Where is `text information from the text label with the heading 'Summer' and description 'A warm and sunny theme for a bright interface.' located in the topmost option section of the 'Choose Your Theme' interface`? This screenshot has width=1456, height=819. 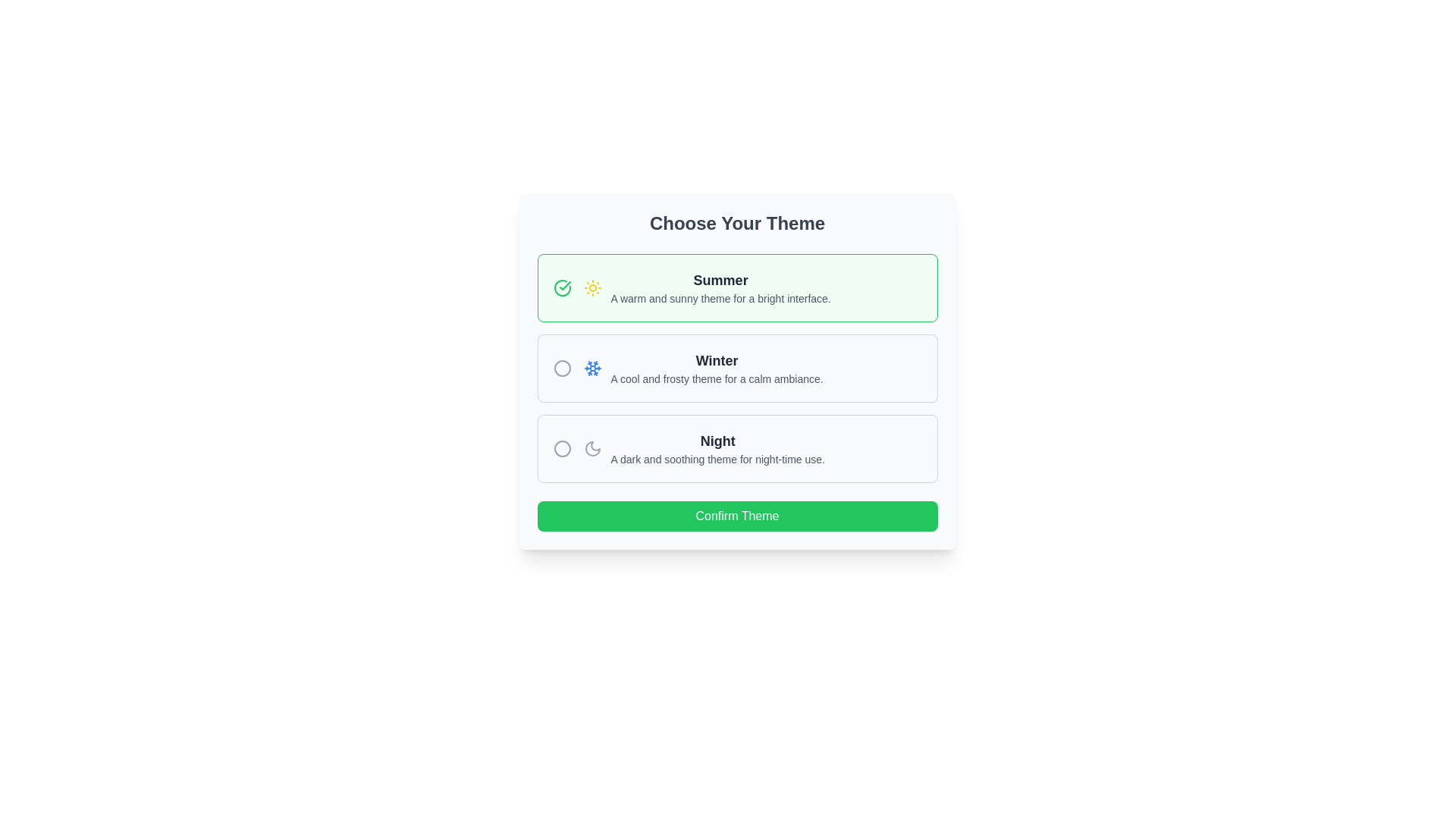 text information from the text label with the heading 'Summer' and description 'A warm and sunny theme for a bright interface.' located in the topmost option section of the 'Choose Your Theme' interface is located at coordinates (720, 288).